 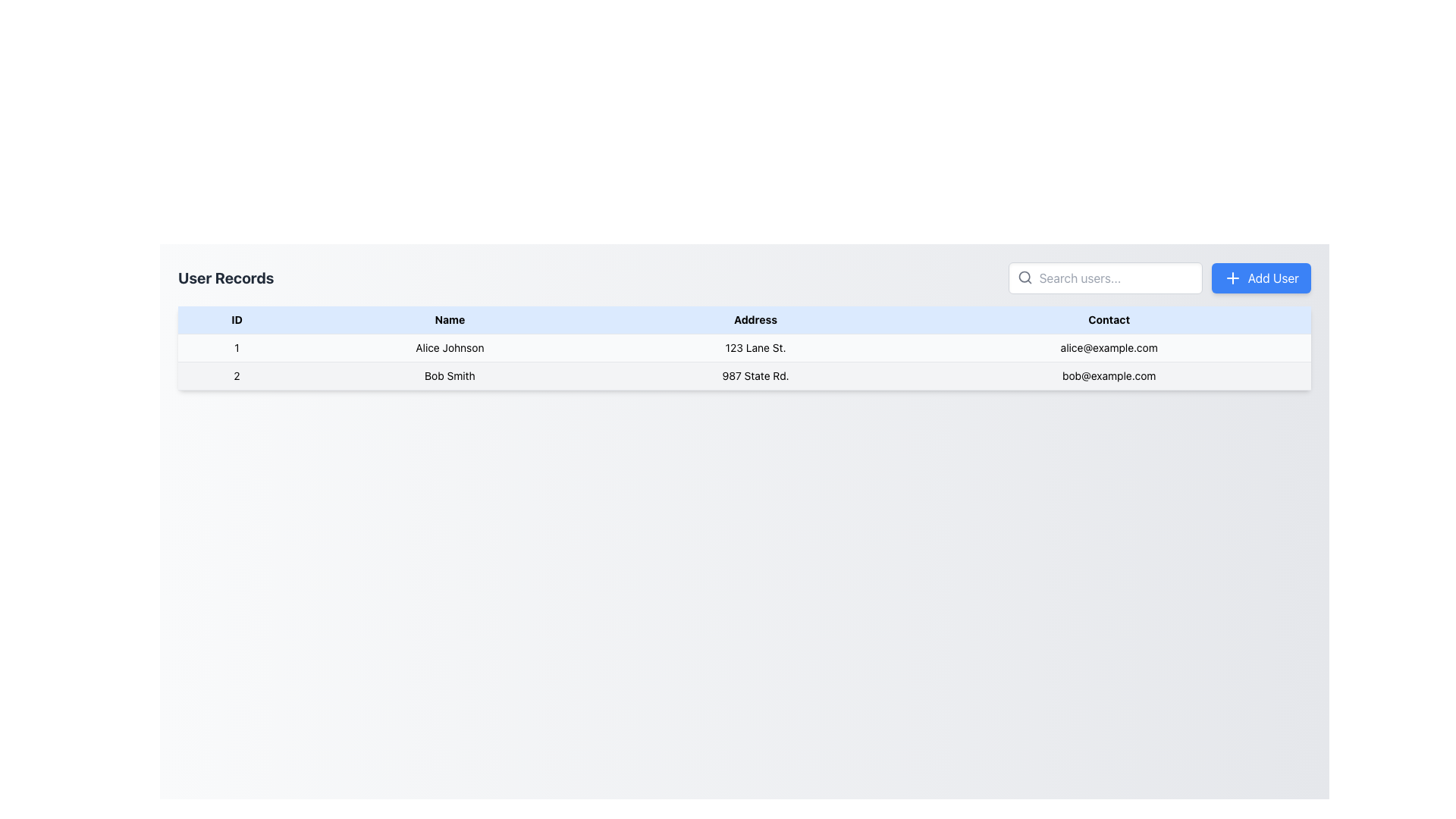 I want to click on the text label displaying 'Bob Smith', which is located in the second row and second column of the table, positioned below 'Alice Johnson', so click(x=449, y=375).